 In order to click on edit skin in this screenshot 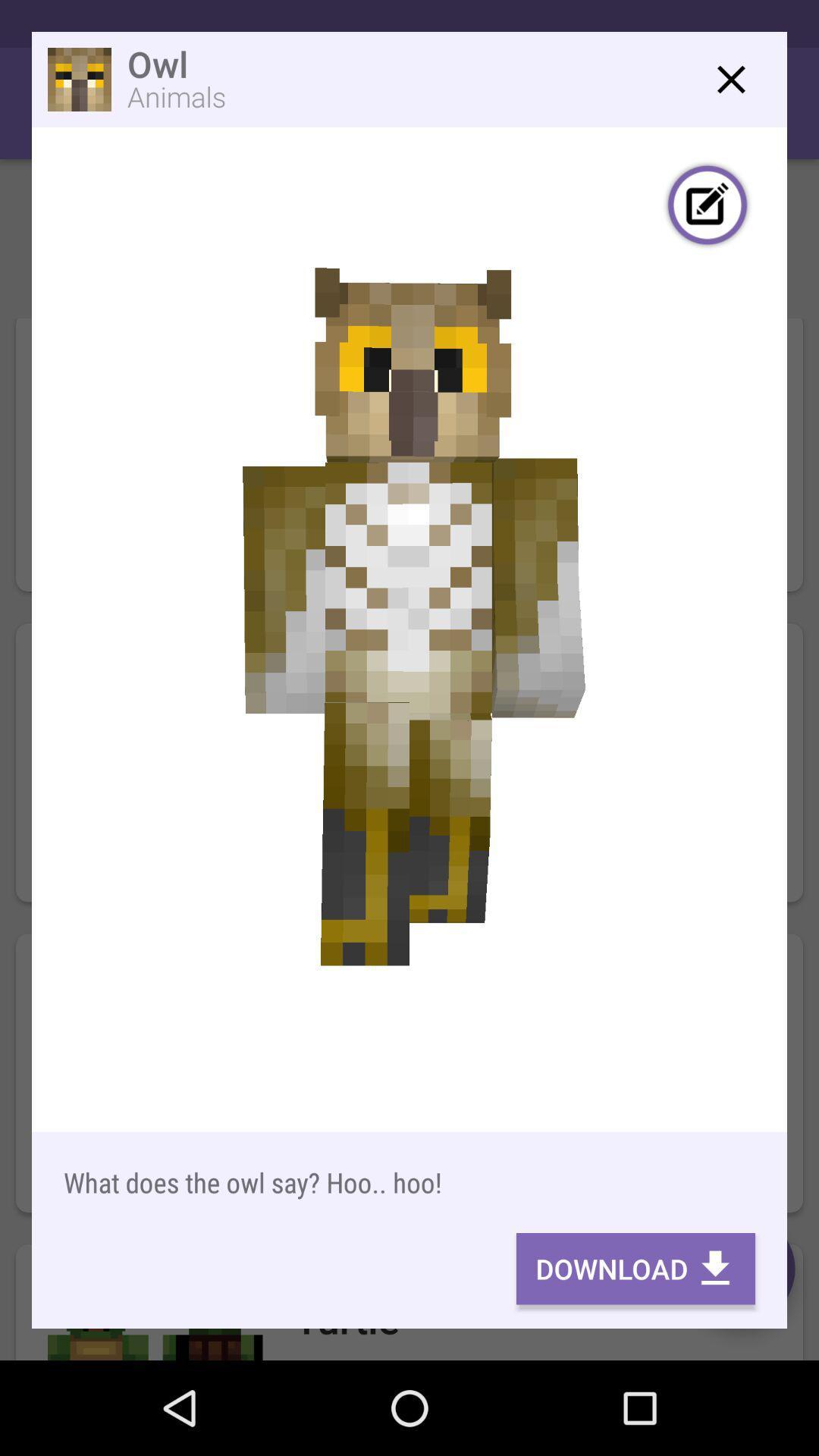, I will do `click(708, 206)`.